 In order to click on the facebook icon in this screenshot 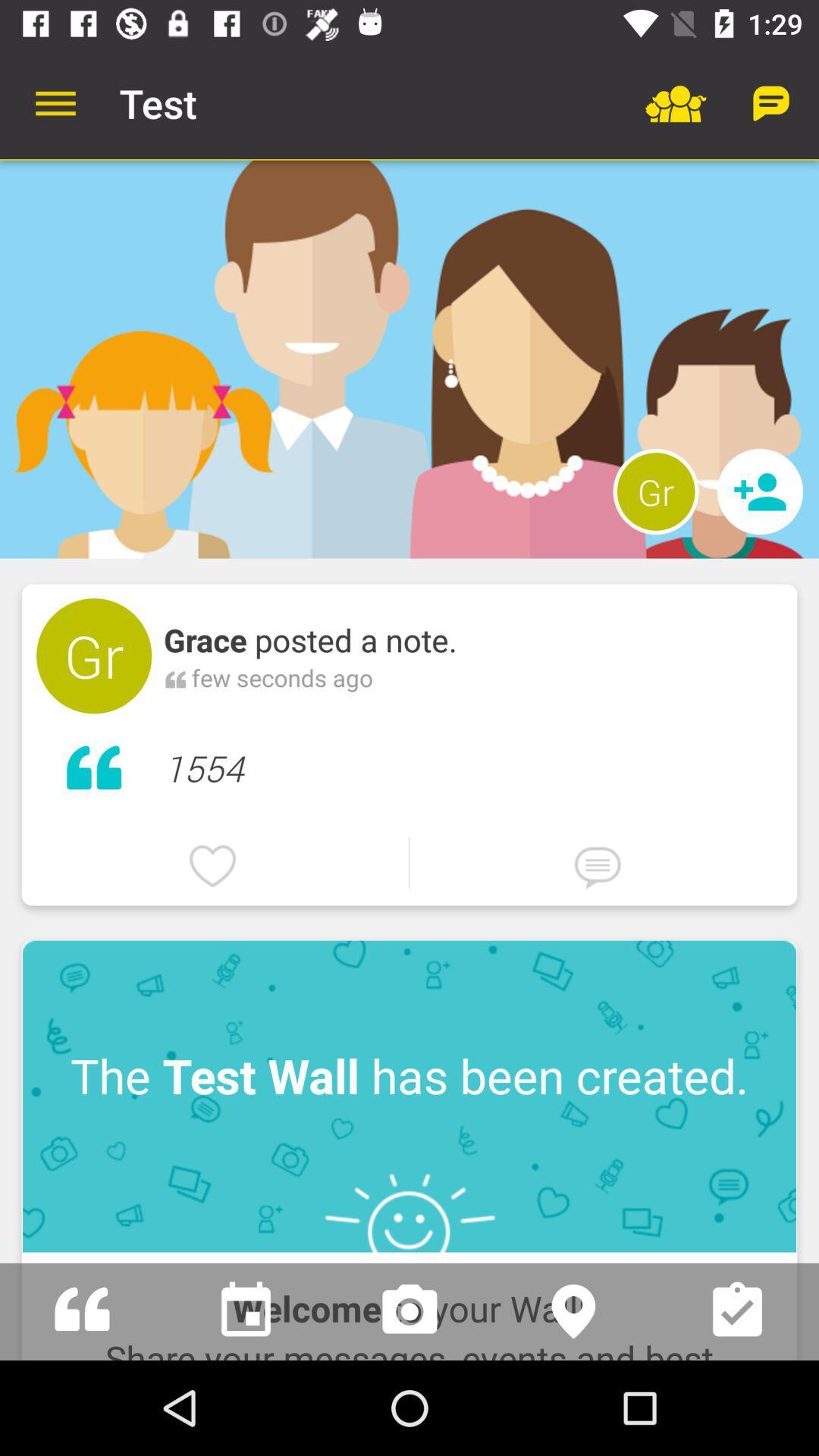, I will do `click(82, 1310)`.